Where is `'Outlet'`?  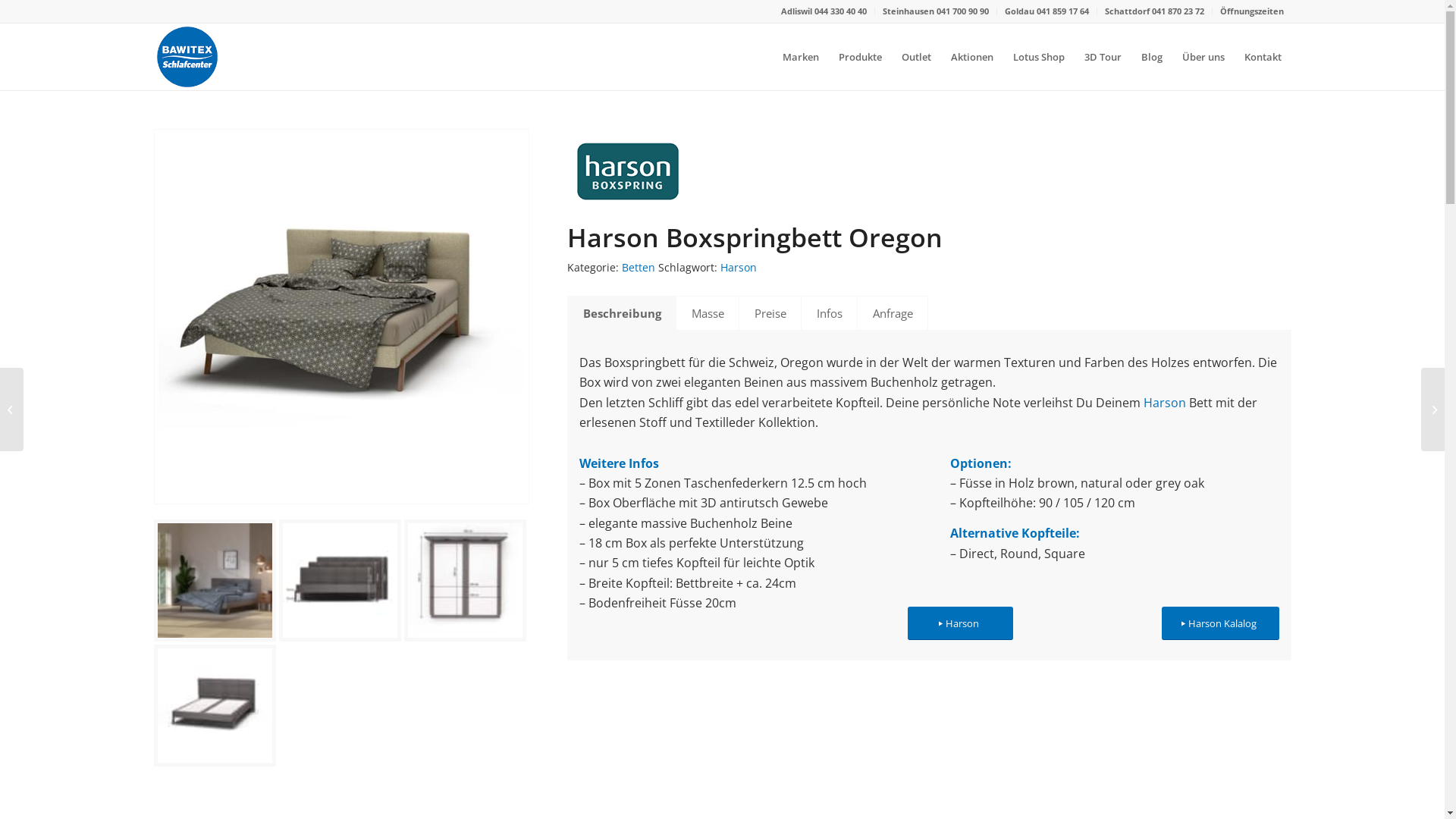
'Outlet' is located at coordinates (915, 55).